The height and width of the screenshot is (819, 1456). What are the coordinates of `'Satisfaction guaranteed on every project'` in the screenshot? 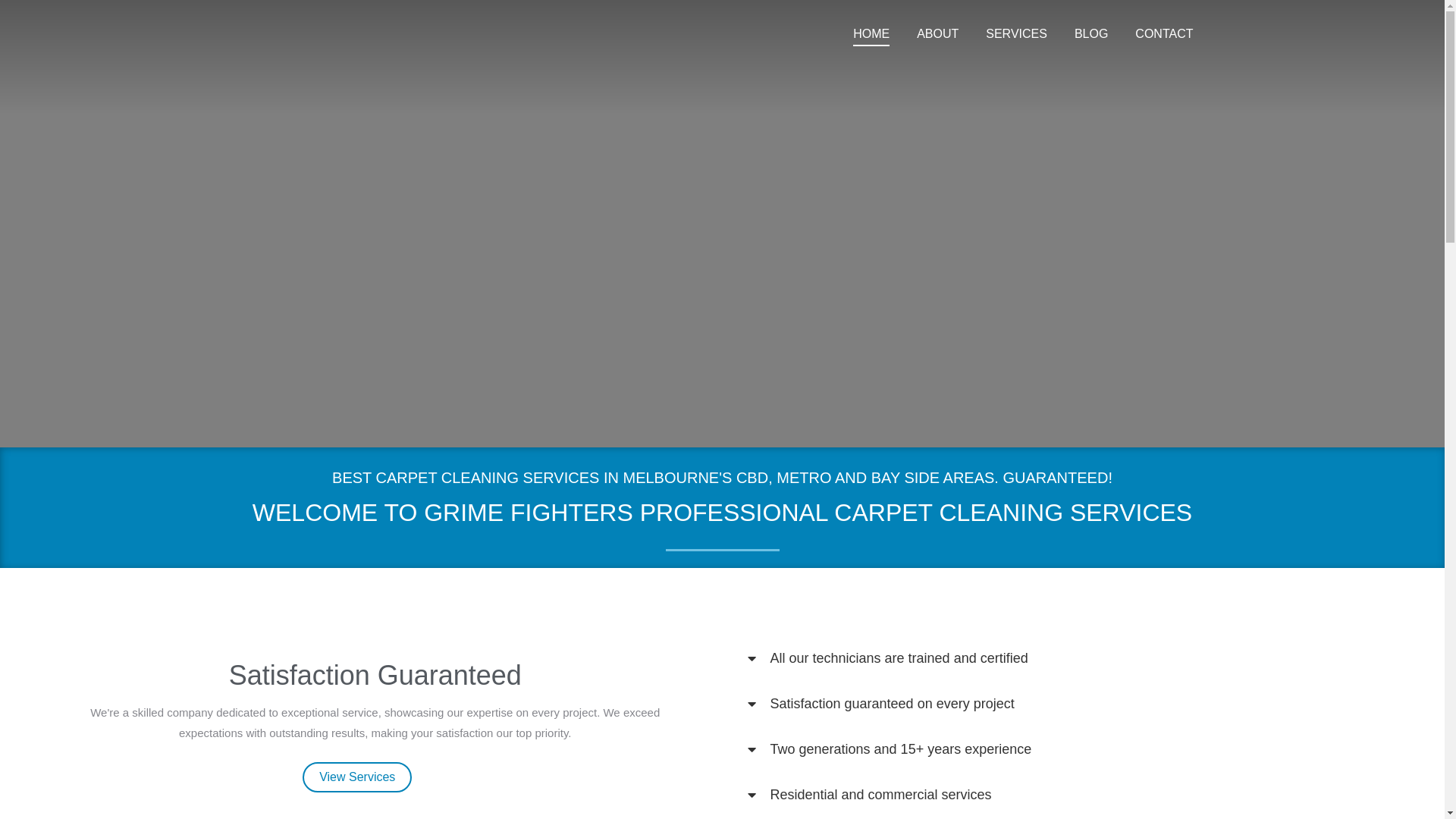 It's located at (892, 704).